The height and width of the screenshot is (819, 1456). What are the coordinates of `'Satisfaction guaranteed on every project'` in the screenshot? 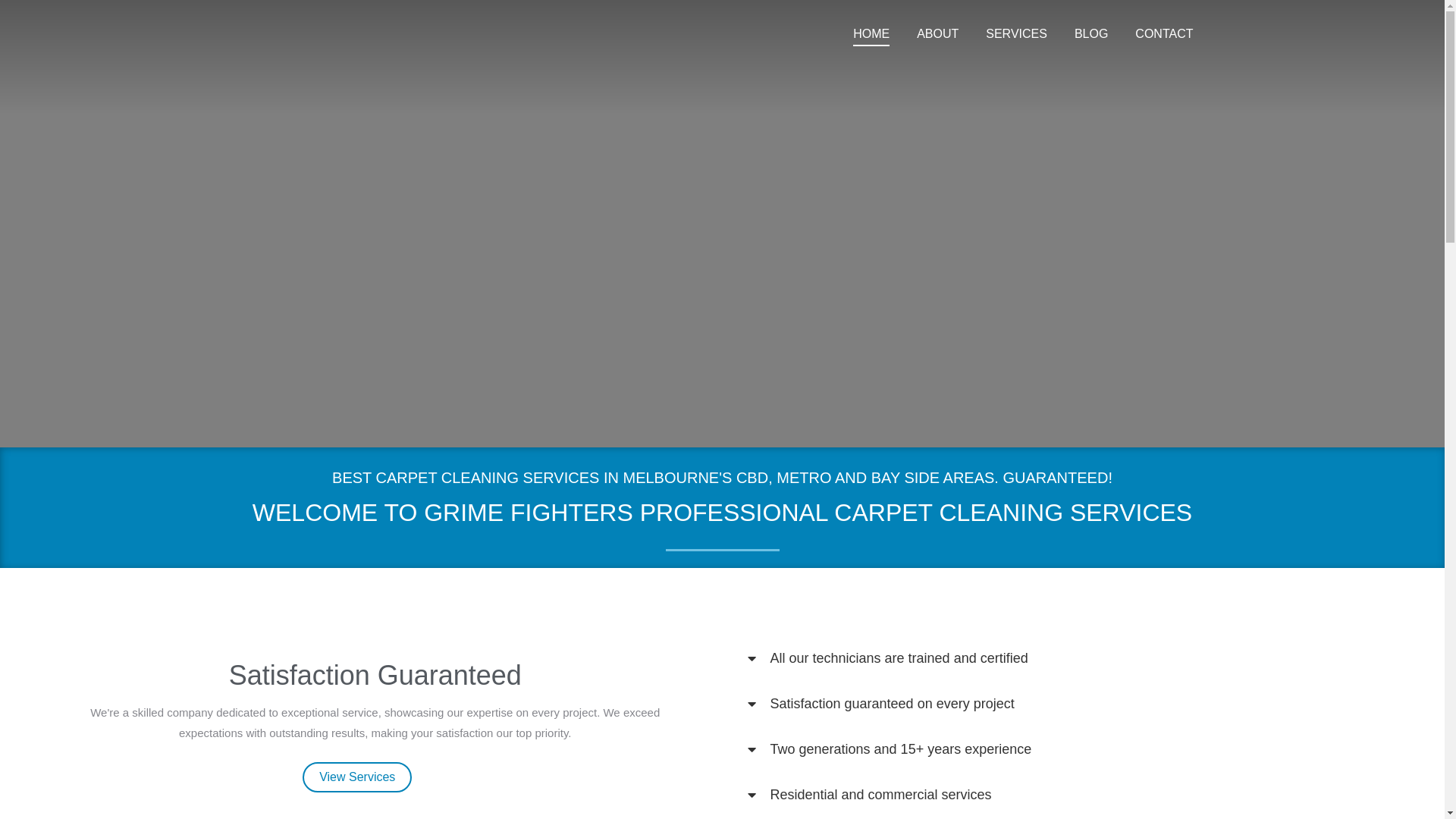 It's located at (892, 704).